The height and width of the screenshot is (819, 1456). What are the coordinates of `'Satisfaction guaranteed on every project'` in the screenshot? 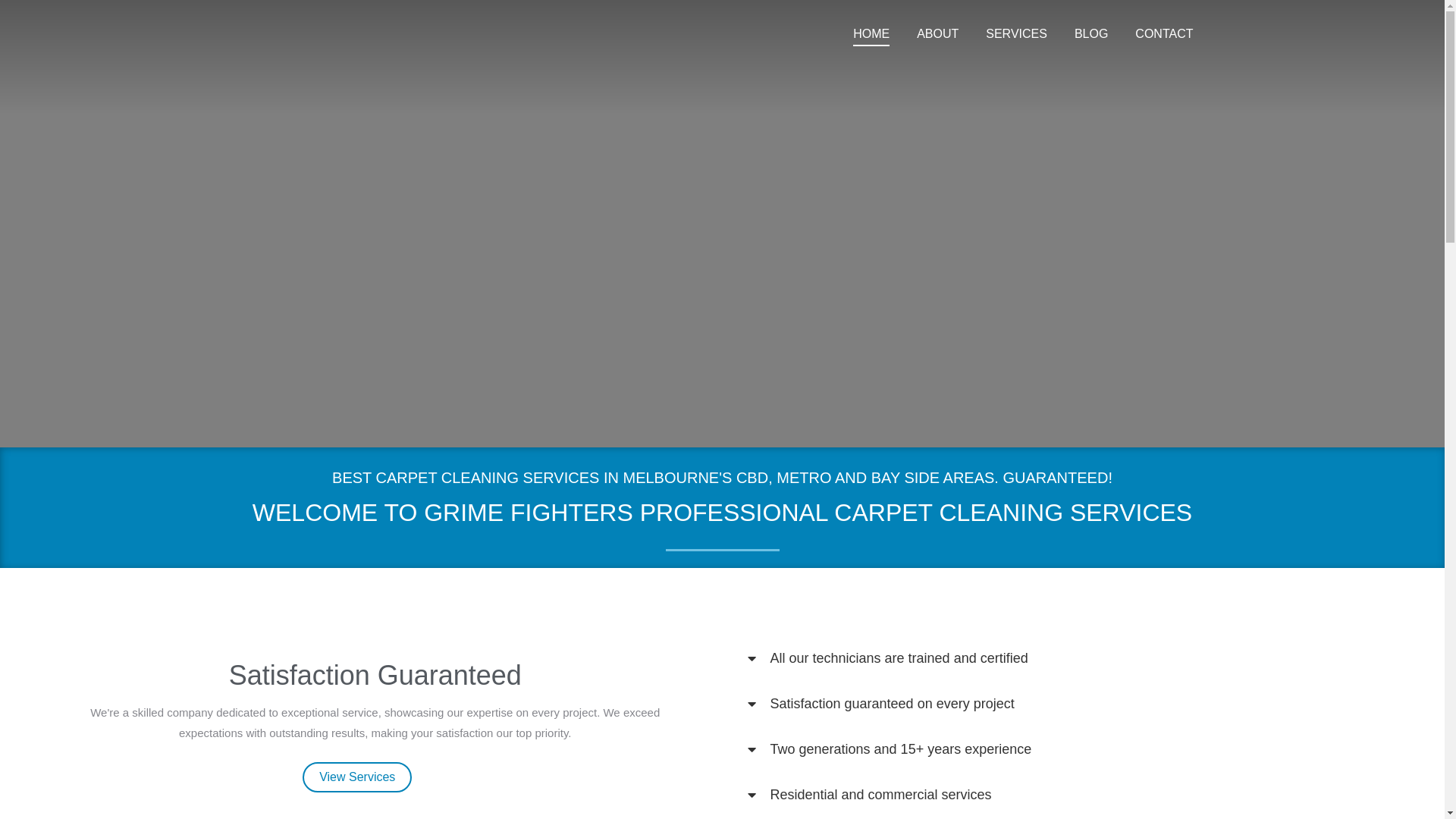 It's located at (892, 704).